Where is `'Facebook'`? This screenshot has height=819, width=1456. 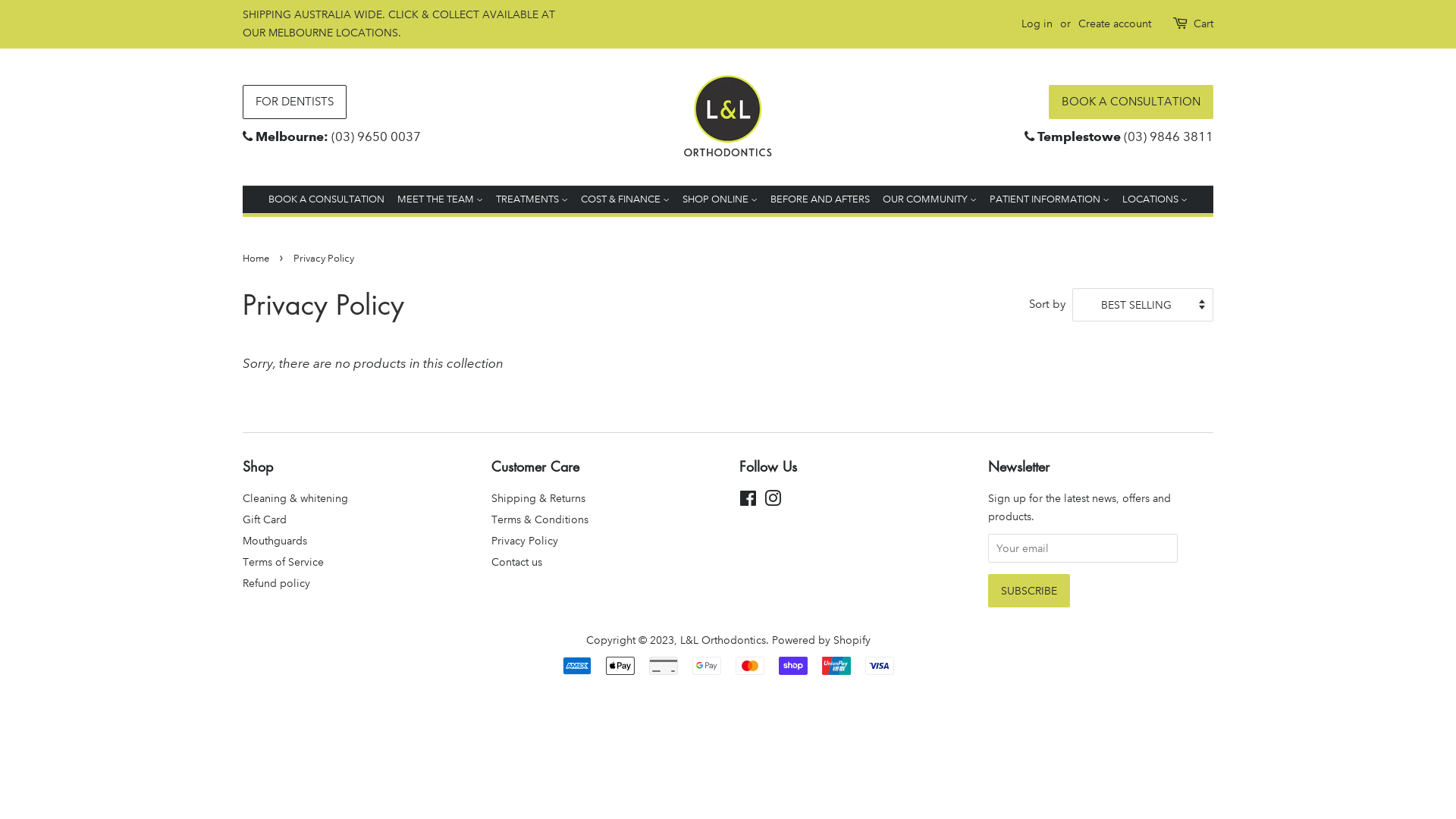 'Facebook' is located at coordinates (748, 500).